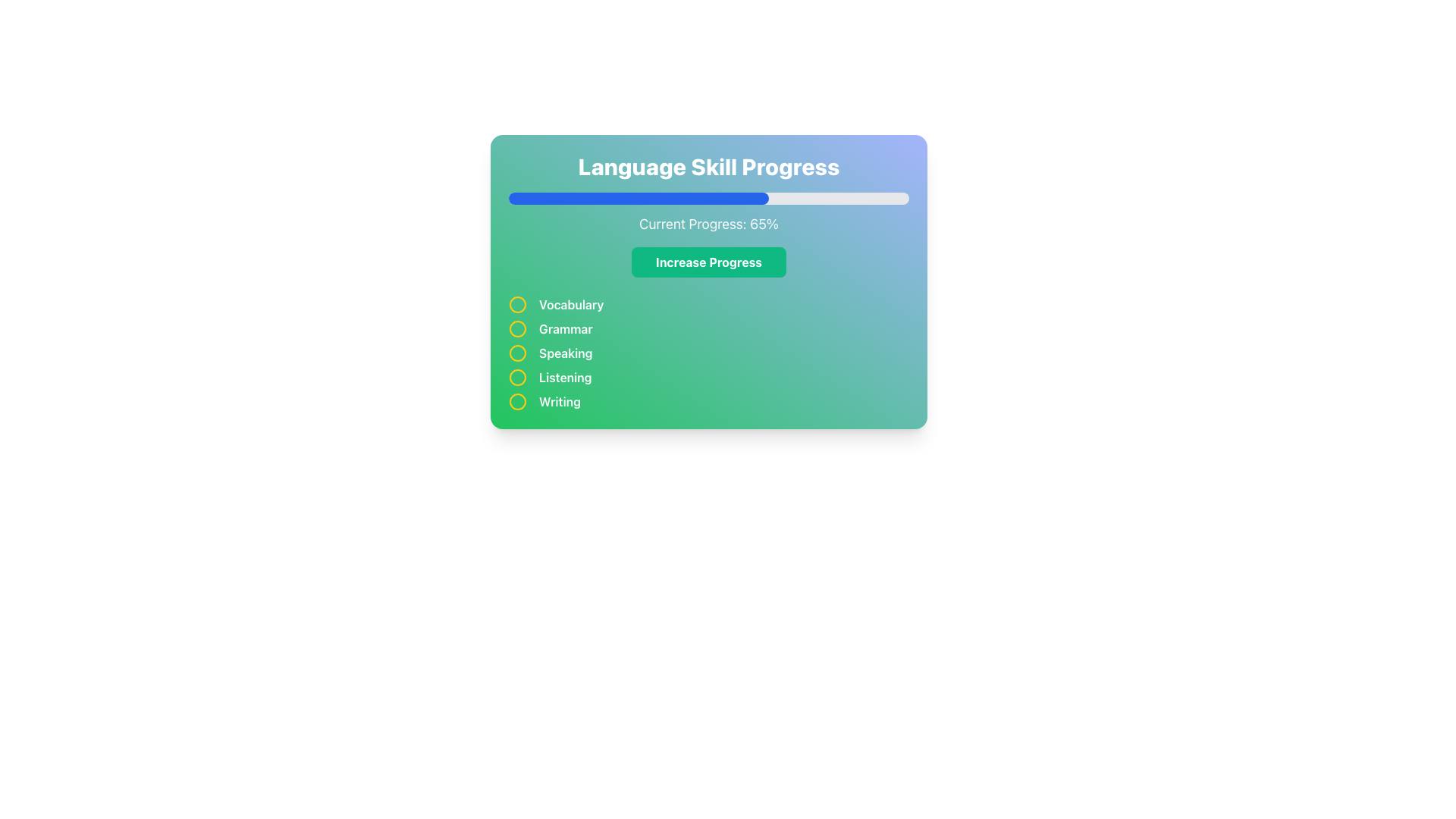 The width and height of the screenshot is (1456, 819). What do you see at coordinates (517, 400) in the screenshot?
I see `the circular yellow marker icon located near the bottom of the checklist, specifically aligned with the 'Writing' label as the fifth item` at bounding box center [517, 400].